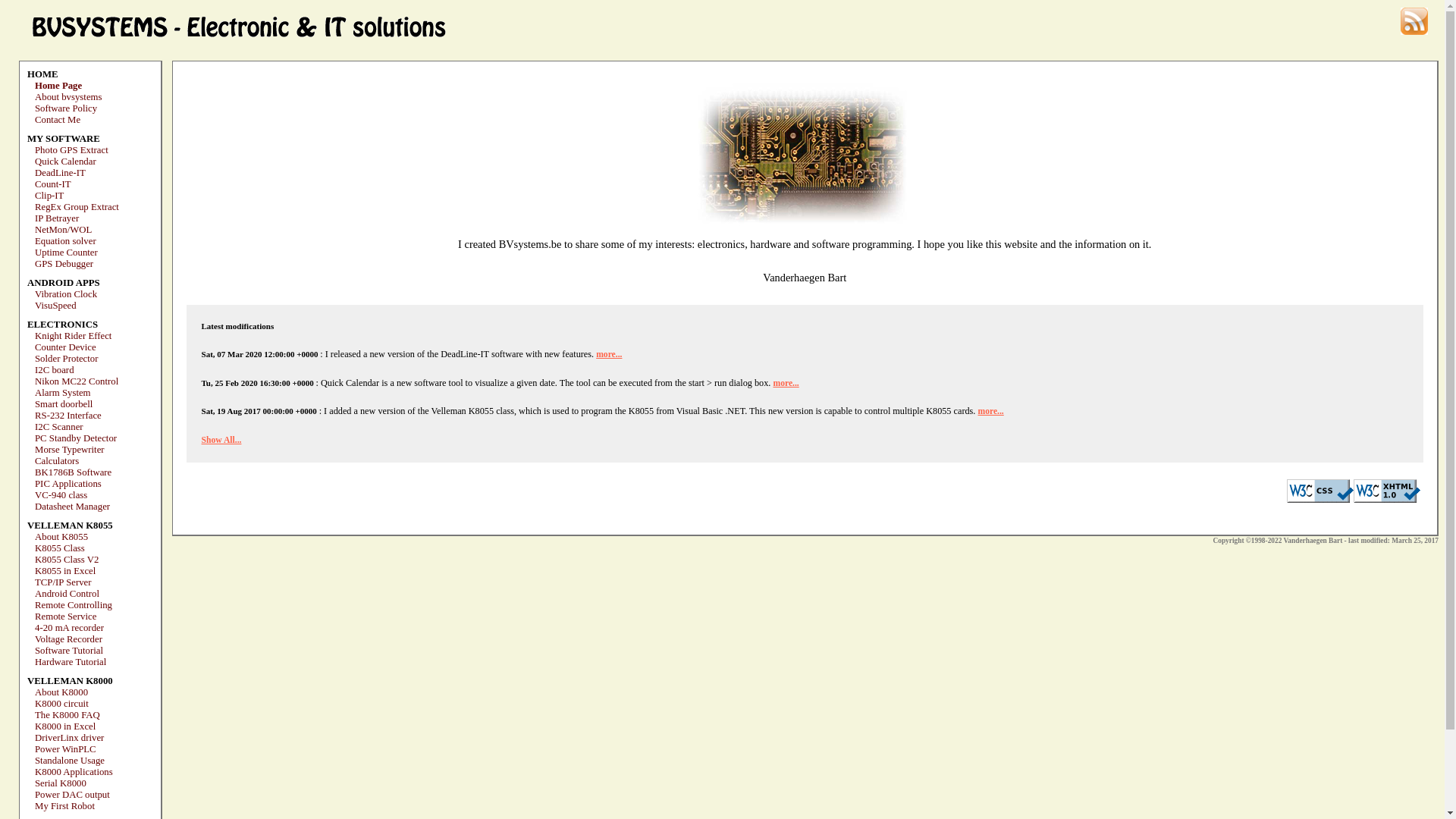 The image size is (1456, 819). Describe the element at coordinates (62, 230) in the screenshot. I see `'NetMon/WOL'` at that location.